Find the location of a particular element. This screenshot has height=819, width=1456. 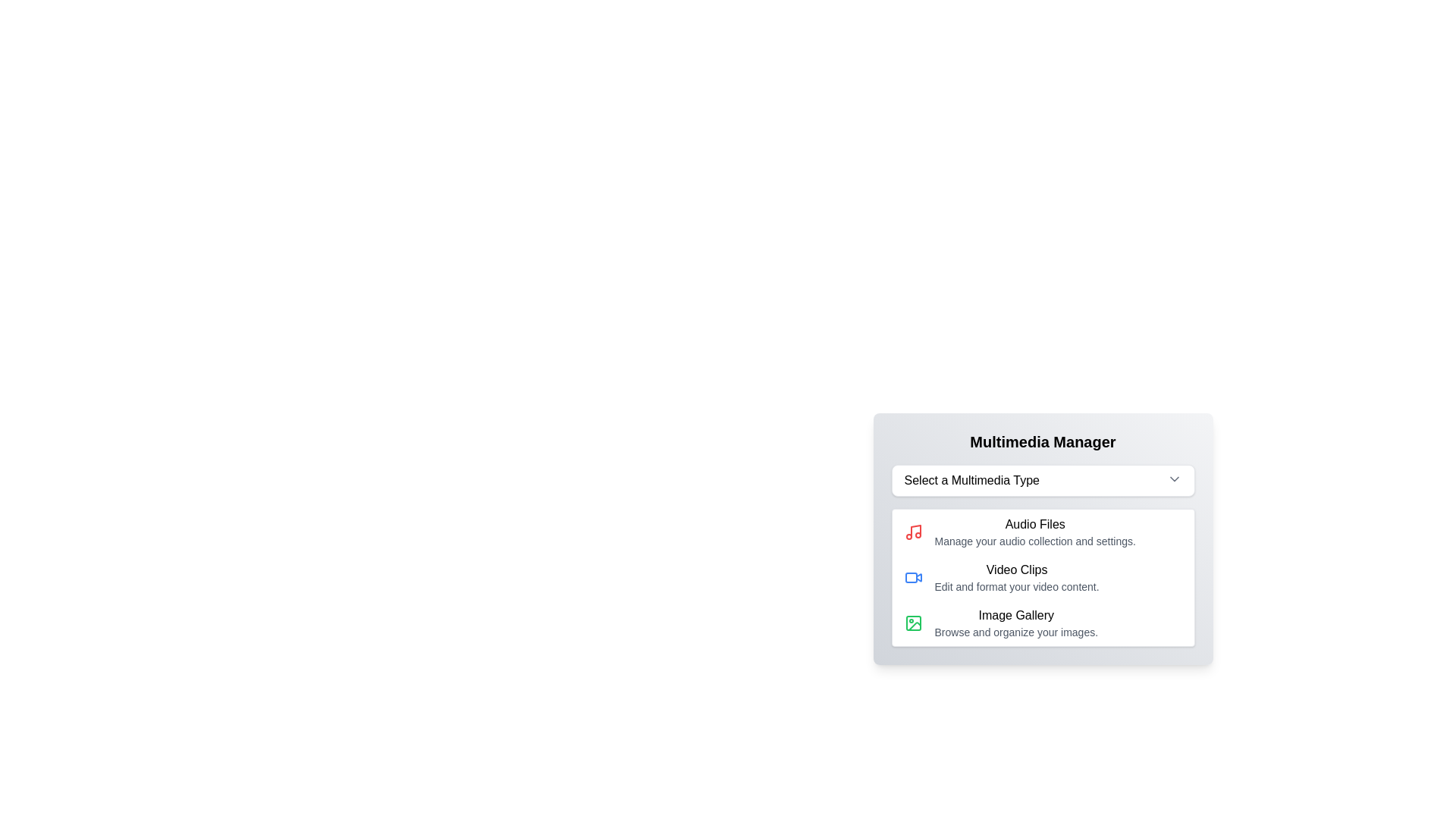

the 'Image Gallery' icon, which is positioned to the left of the text and signifies the option under 'Multimedia Manager' is located at coordinates (912, 623).